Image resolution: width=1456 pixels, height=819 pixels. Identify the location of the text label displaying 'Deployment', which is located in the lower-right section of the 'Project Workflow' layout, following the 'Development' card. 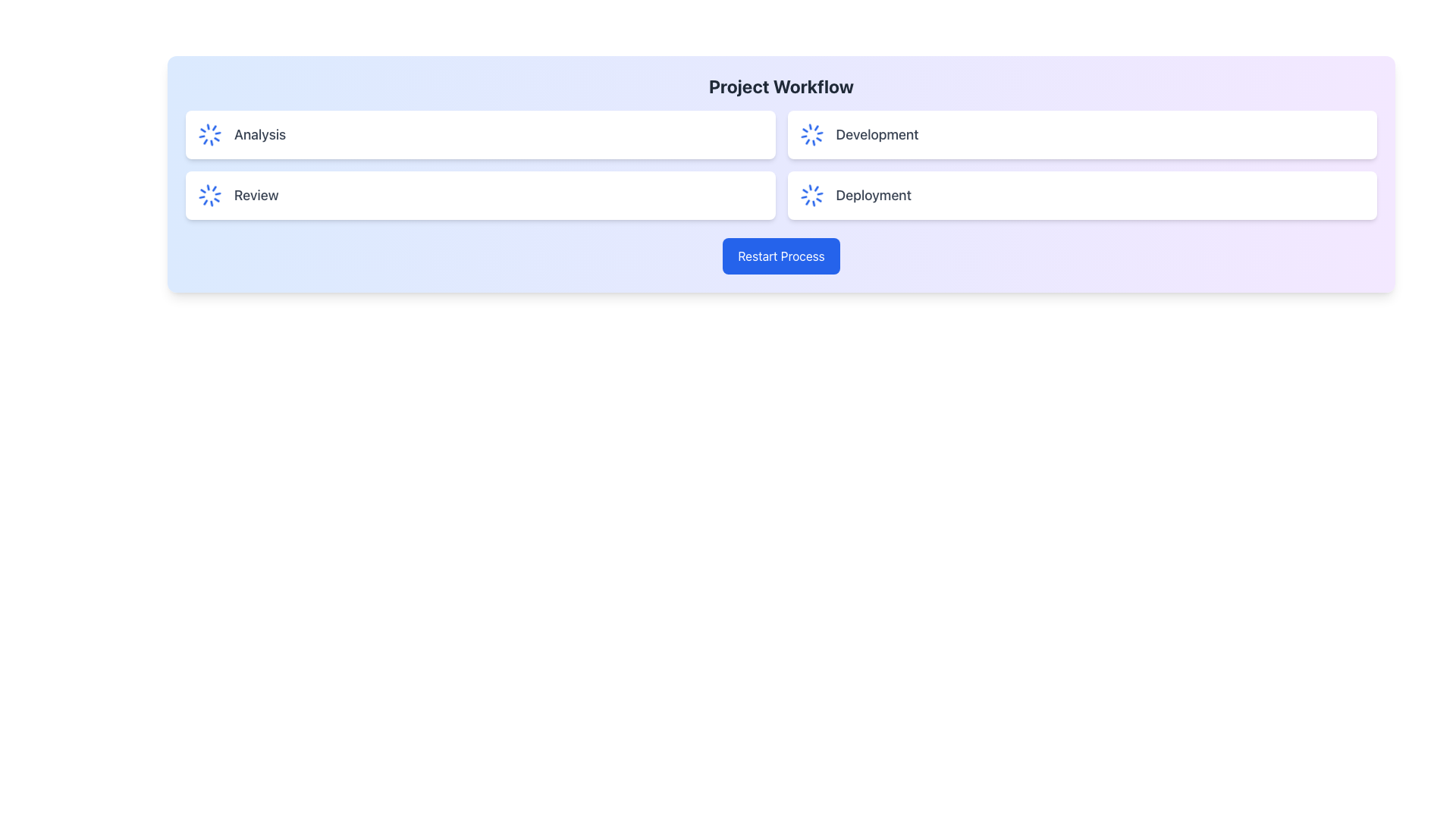
(874, 195).